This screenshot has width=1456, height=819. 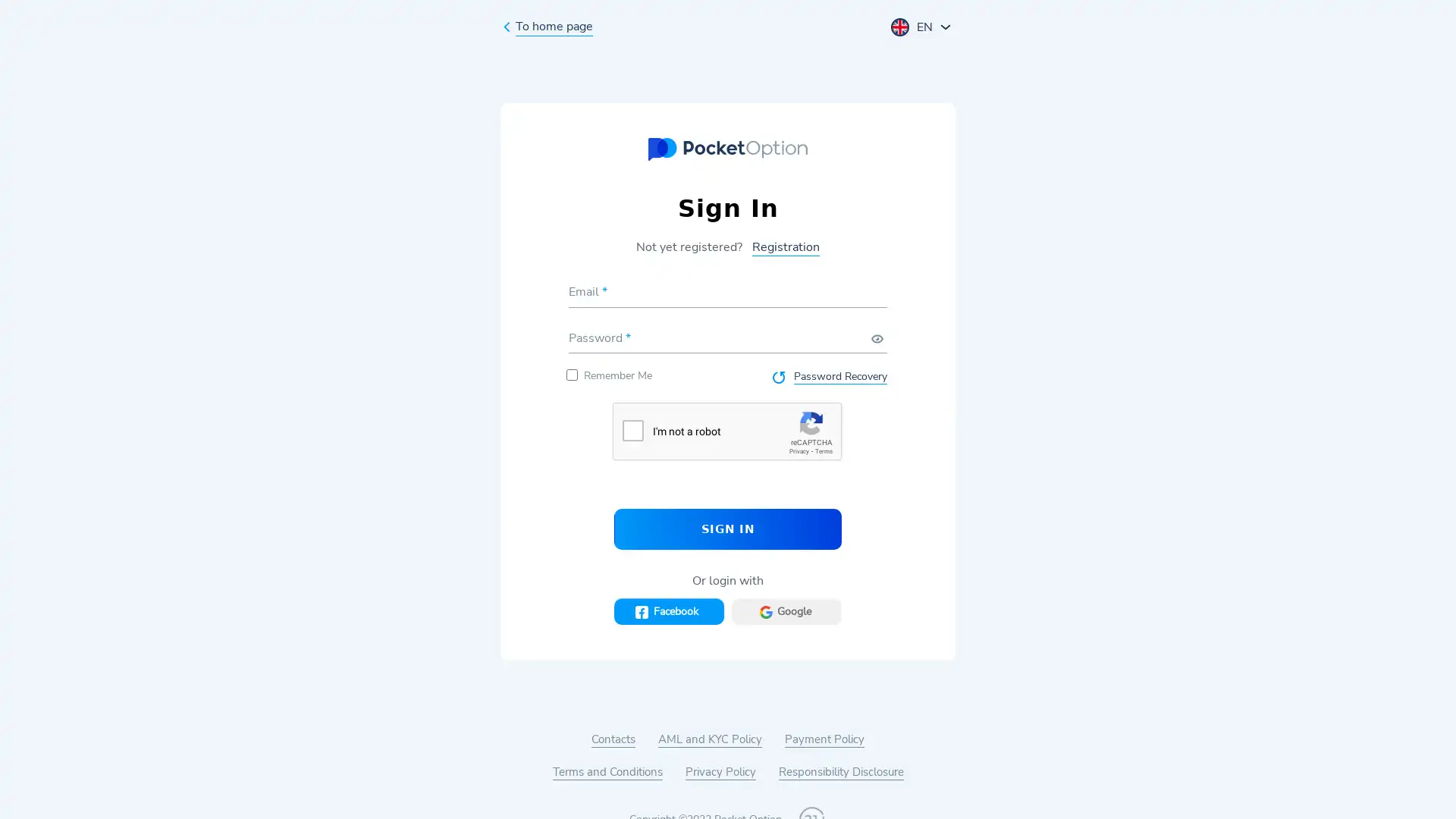 I want to click on SIGN IN, so click(x=728, y=528).